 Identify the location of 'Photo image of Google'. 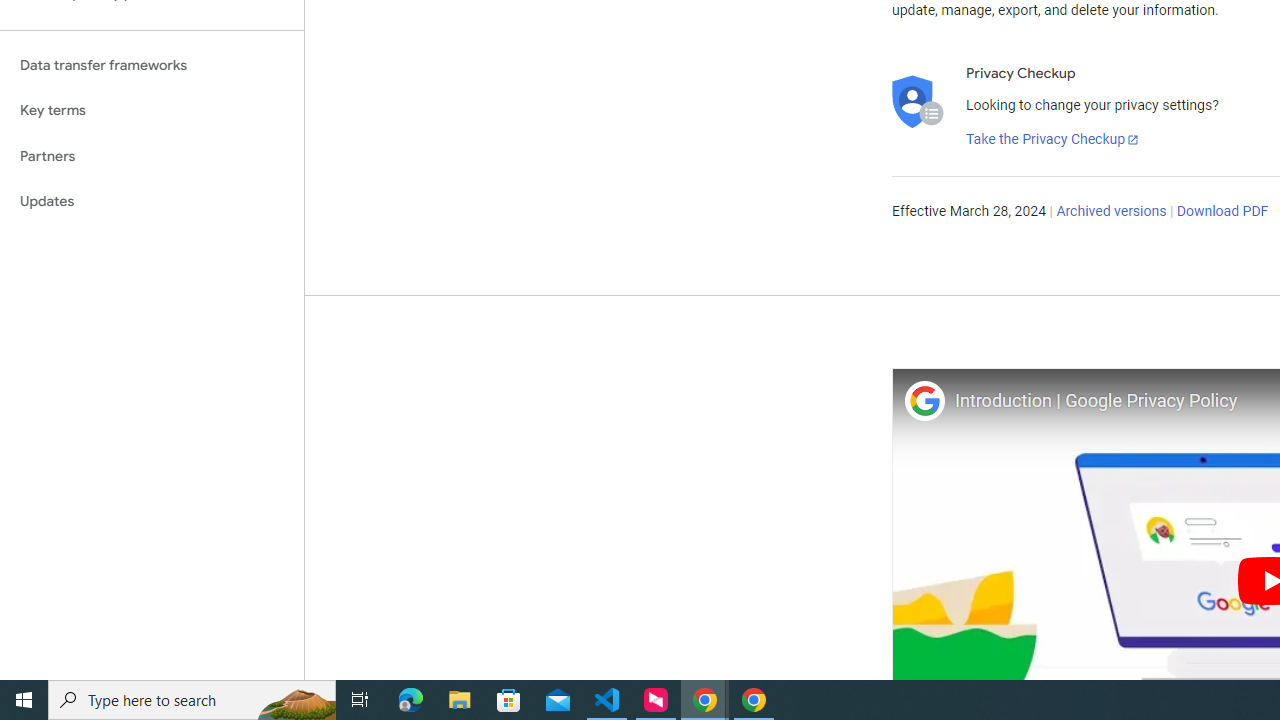
(923, 400).